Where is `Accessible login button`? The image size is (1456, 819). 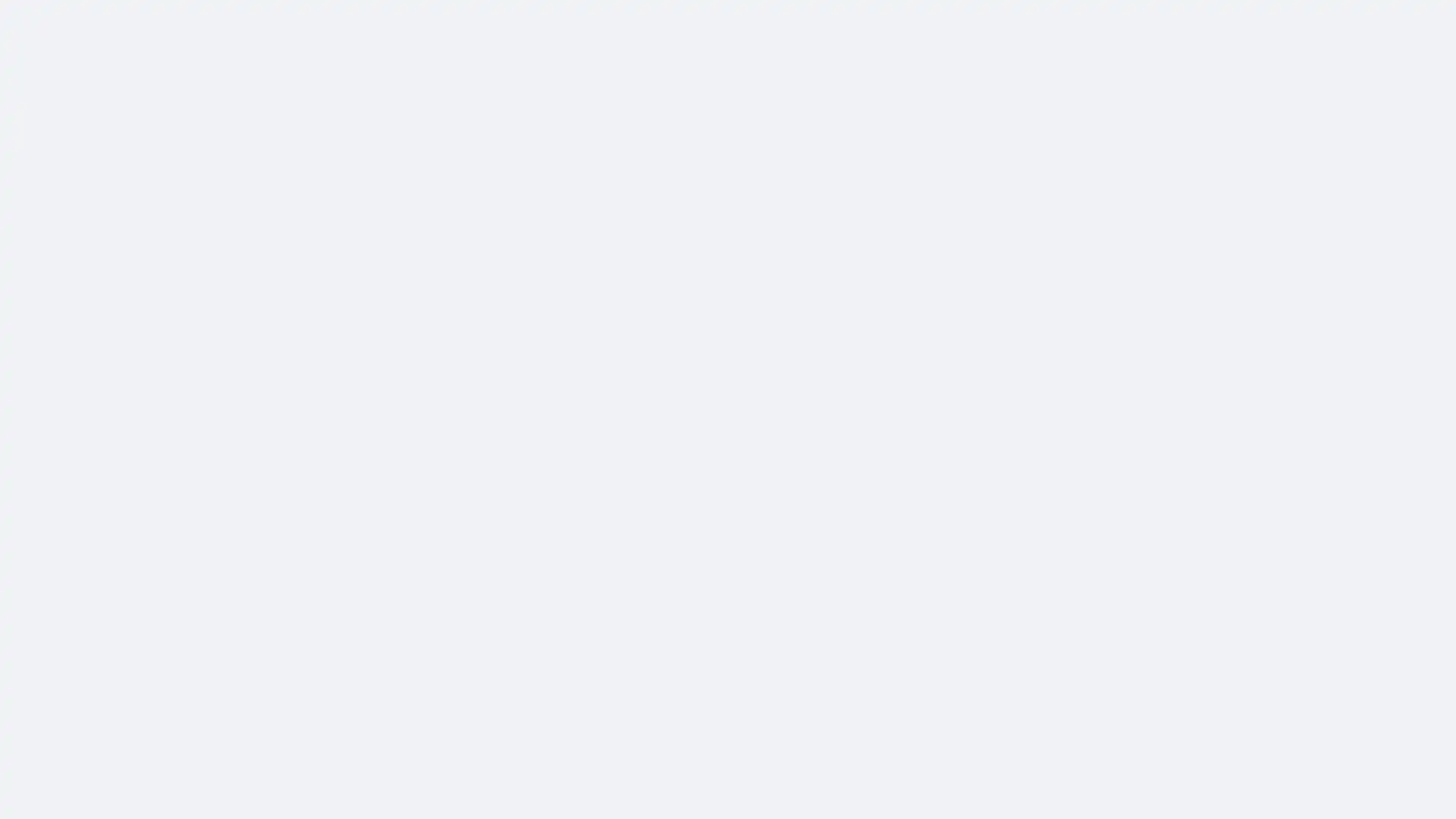
Accessible login button is located at coordinates (1300, 20).